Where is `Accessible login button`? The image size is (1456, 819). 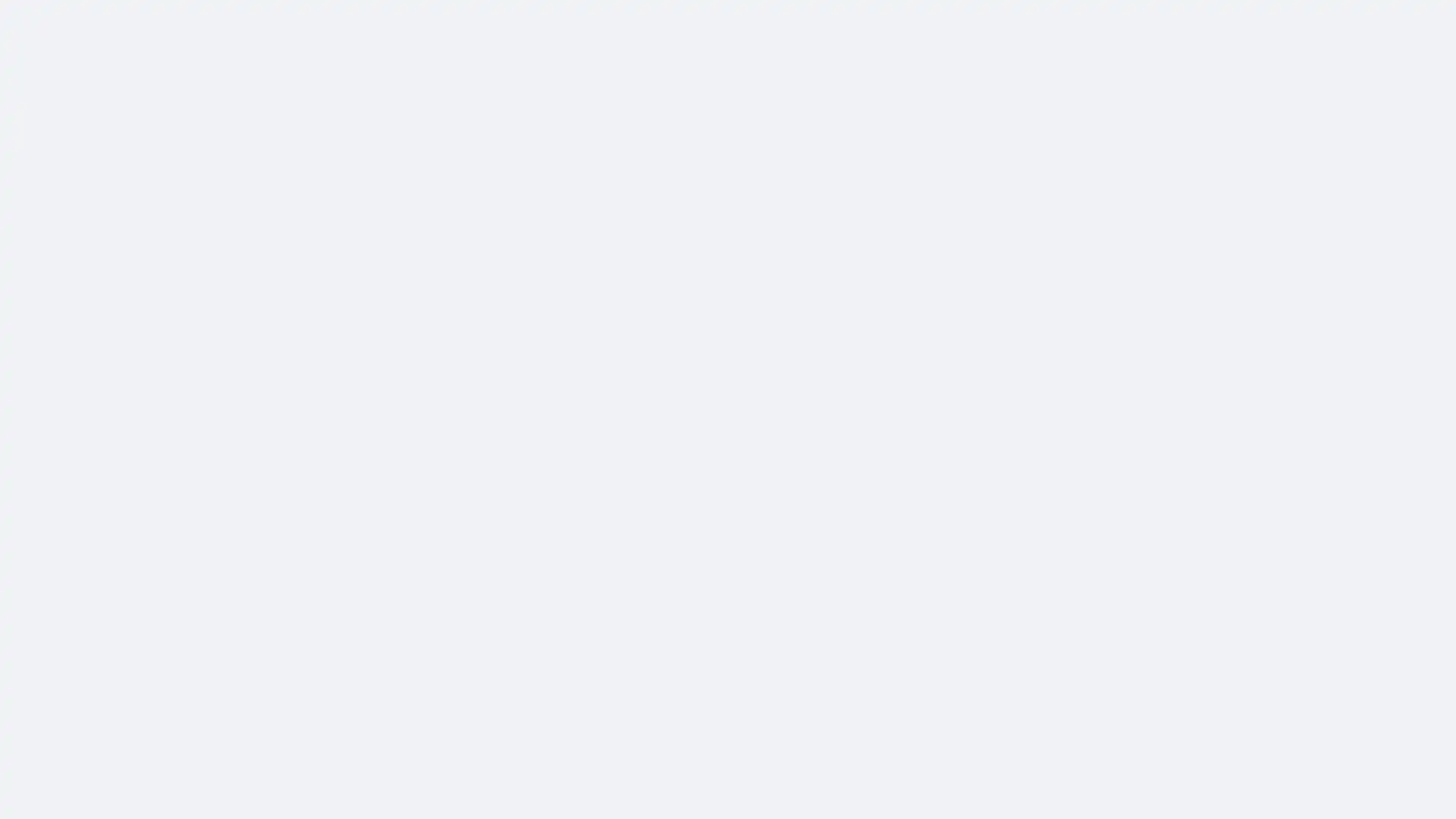
Accessible login button is located at coordinates (1300, 20).